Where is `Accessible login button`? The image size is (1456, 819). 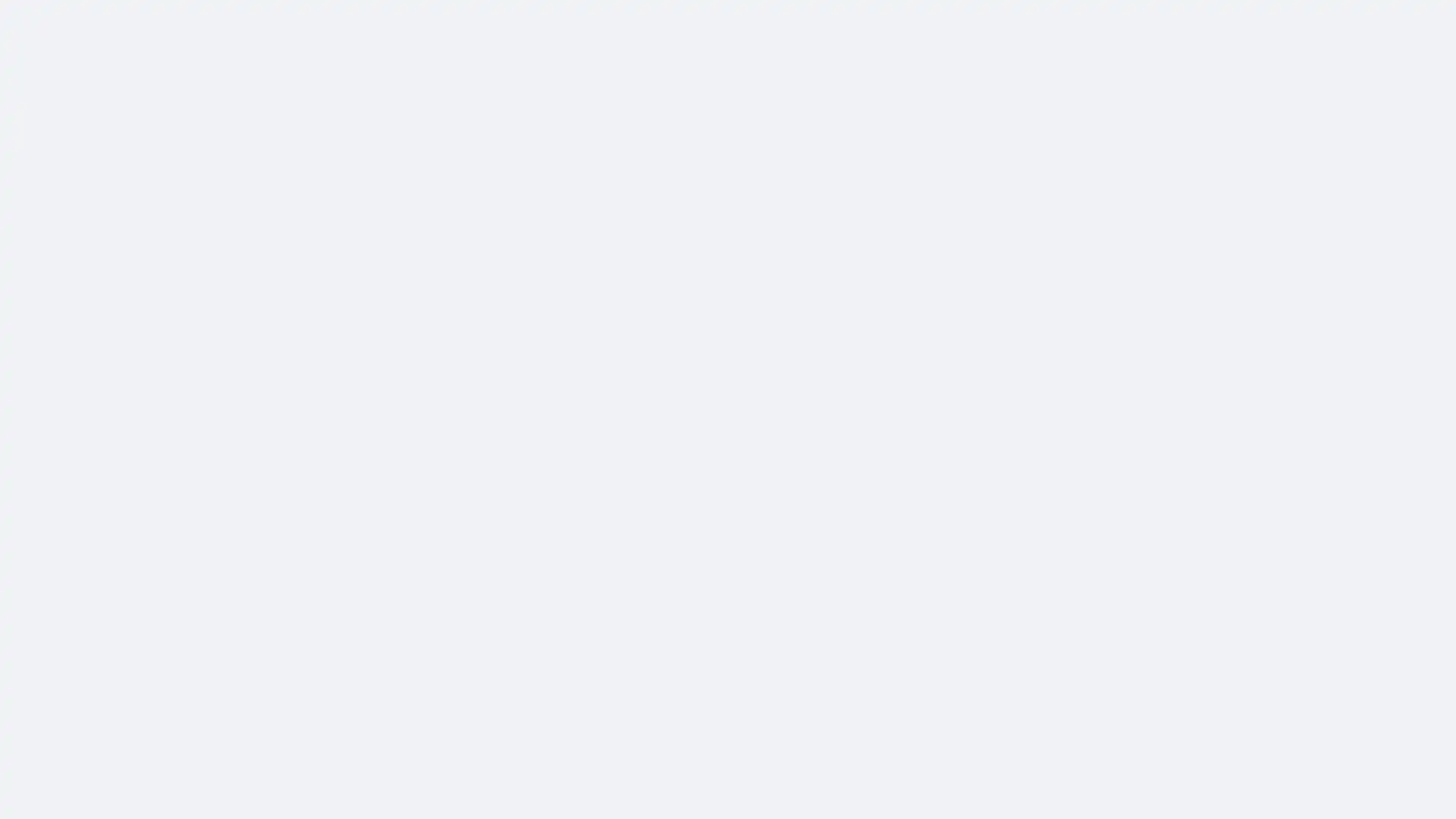
Accessible login button is located at coordinates (1300, 20).